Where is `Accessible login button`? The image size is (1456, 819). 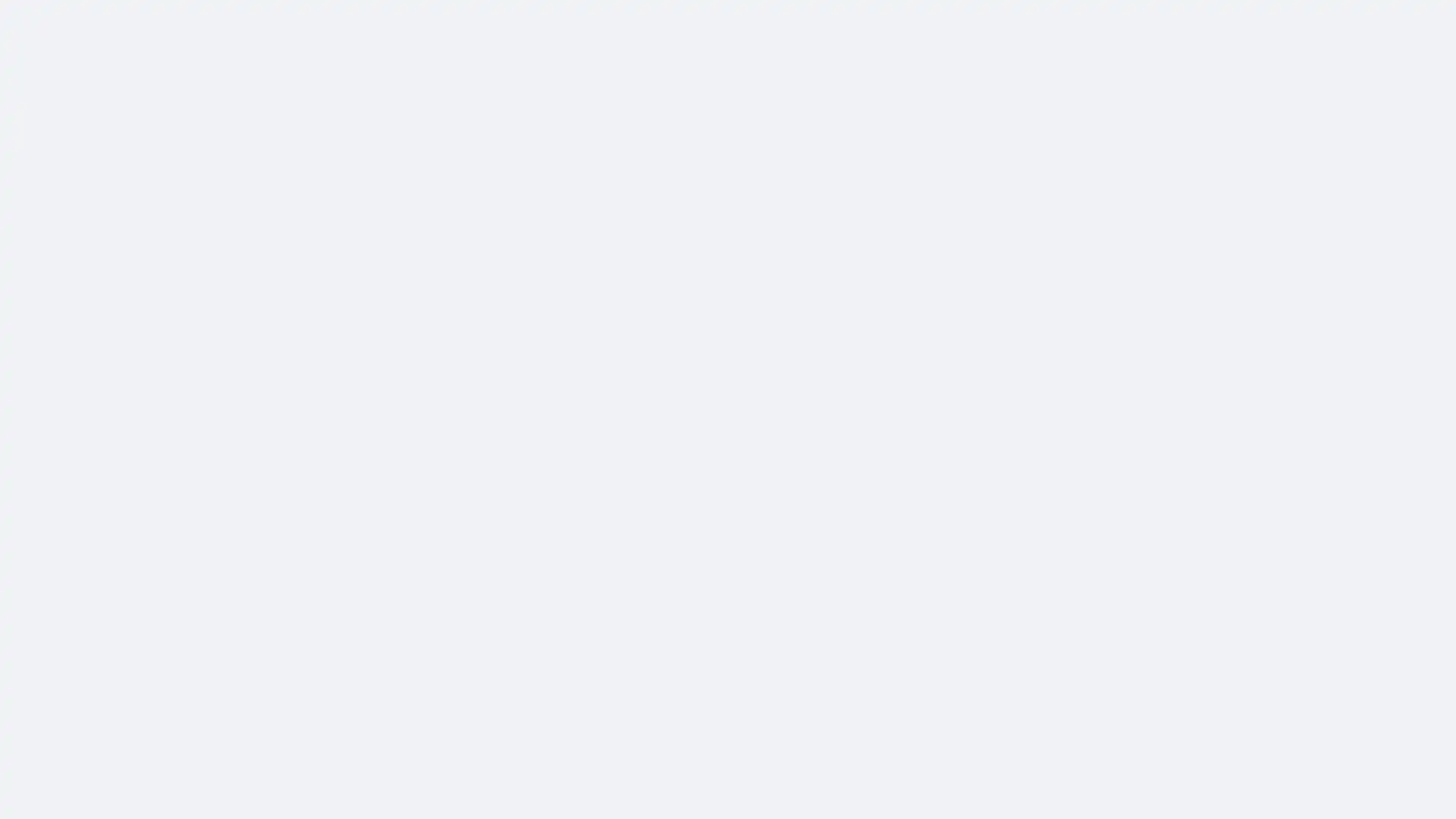
Accessible login button is located at coordinates (1300, 20).